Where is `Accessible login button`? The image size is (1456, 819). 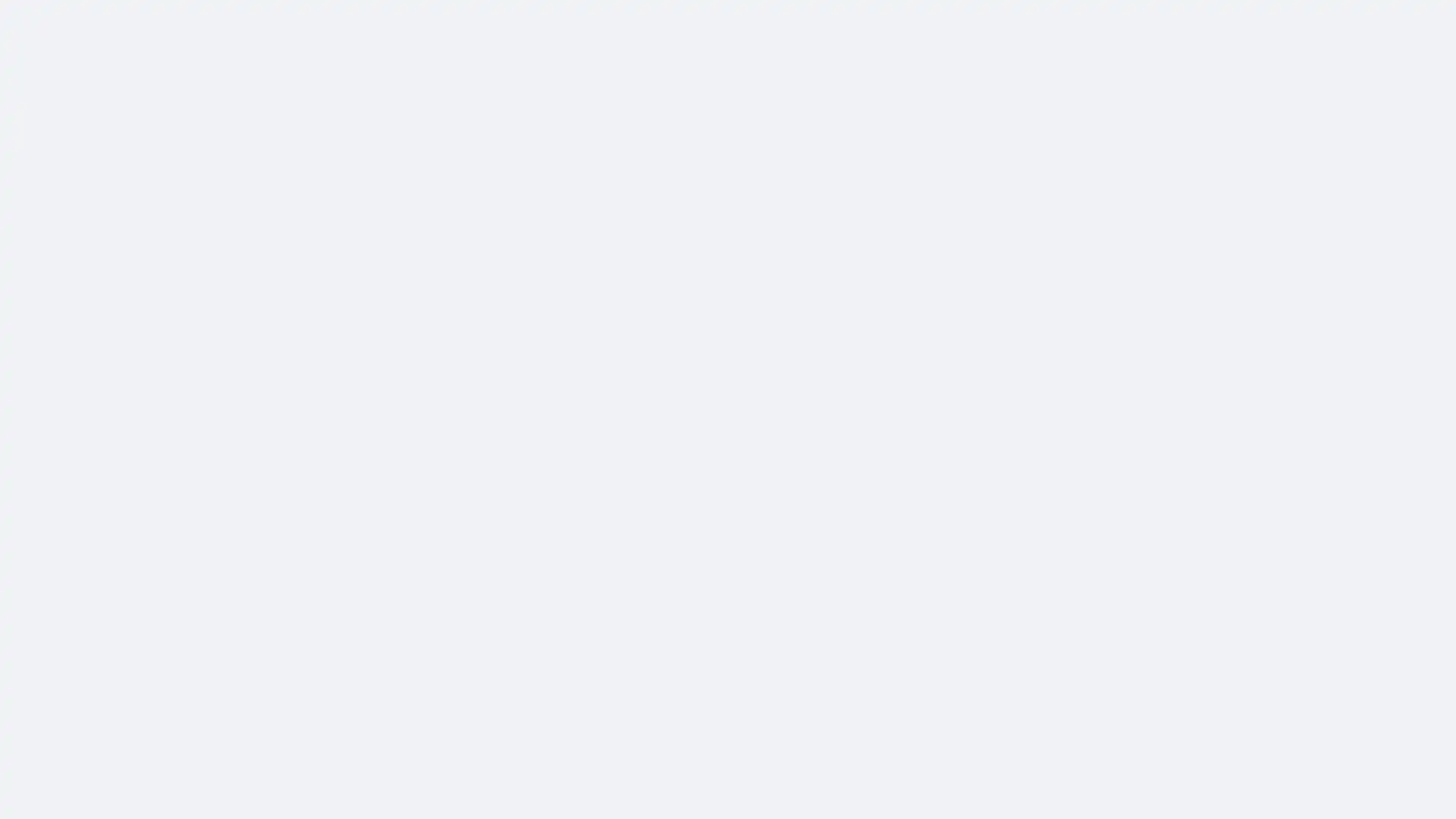
Accessible login button is located at coordinates (1300, 20).